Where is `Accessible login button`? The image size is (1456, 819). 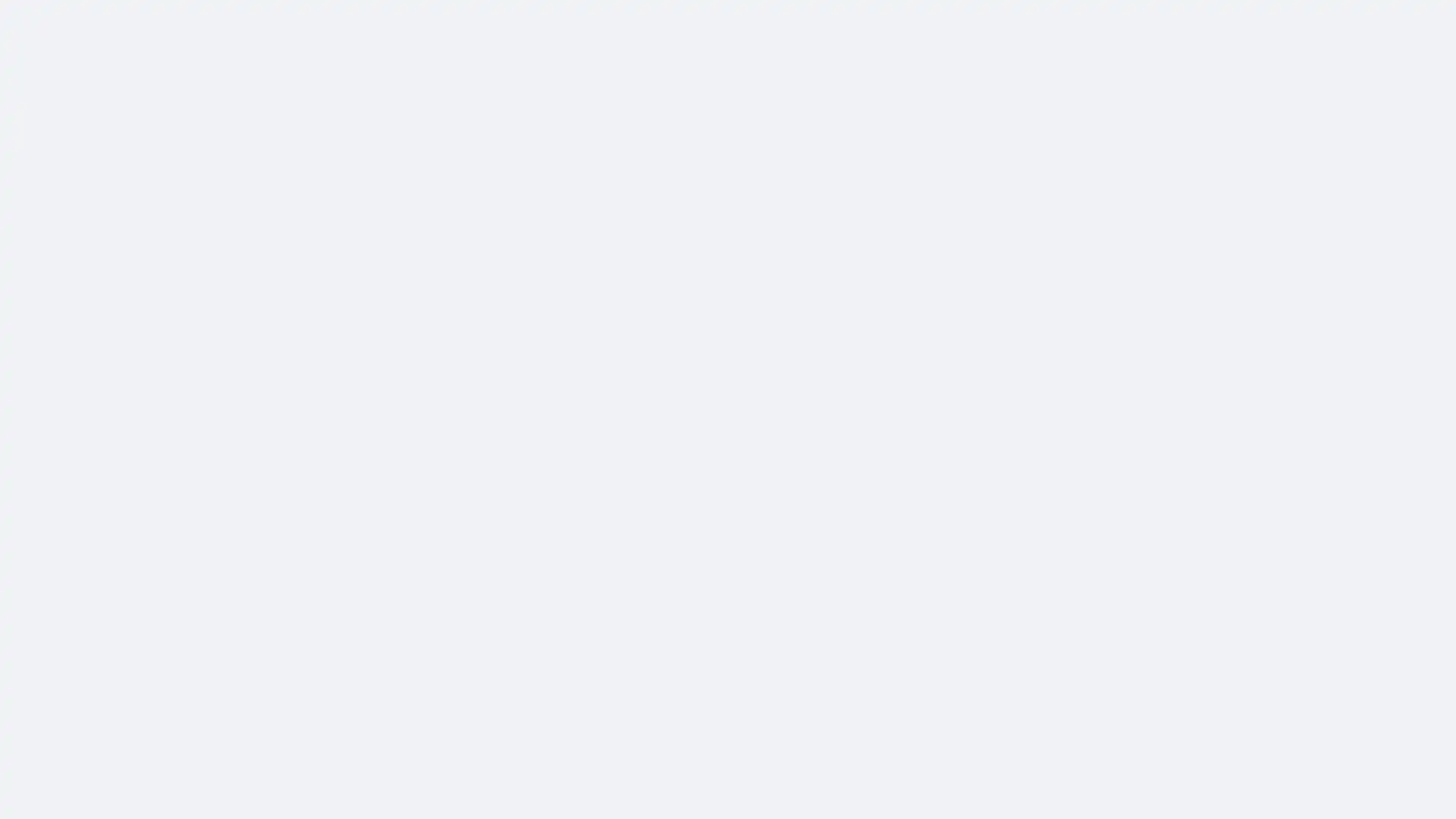
Accessible login button is located at coordinates (1300, 20).